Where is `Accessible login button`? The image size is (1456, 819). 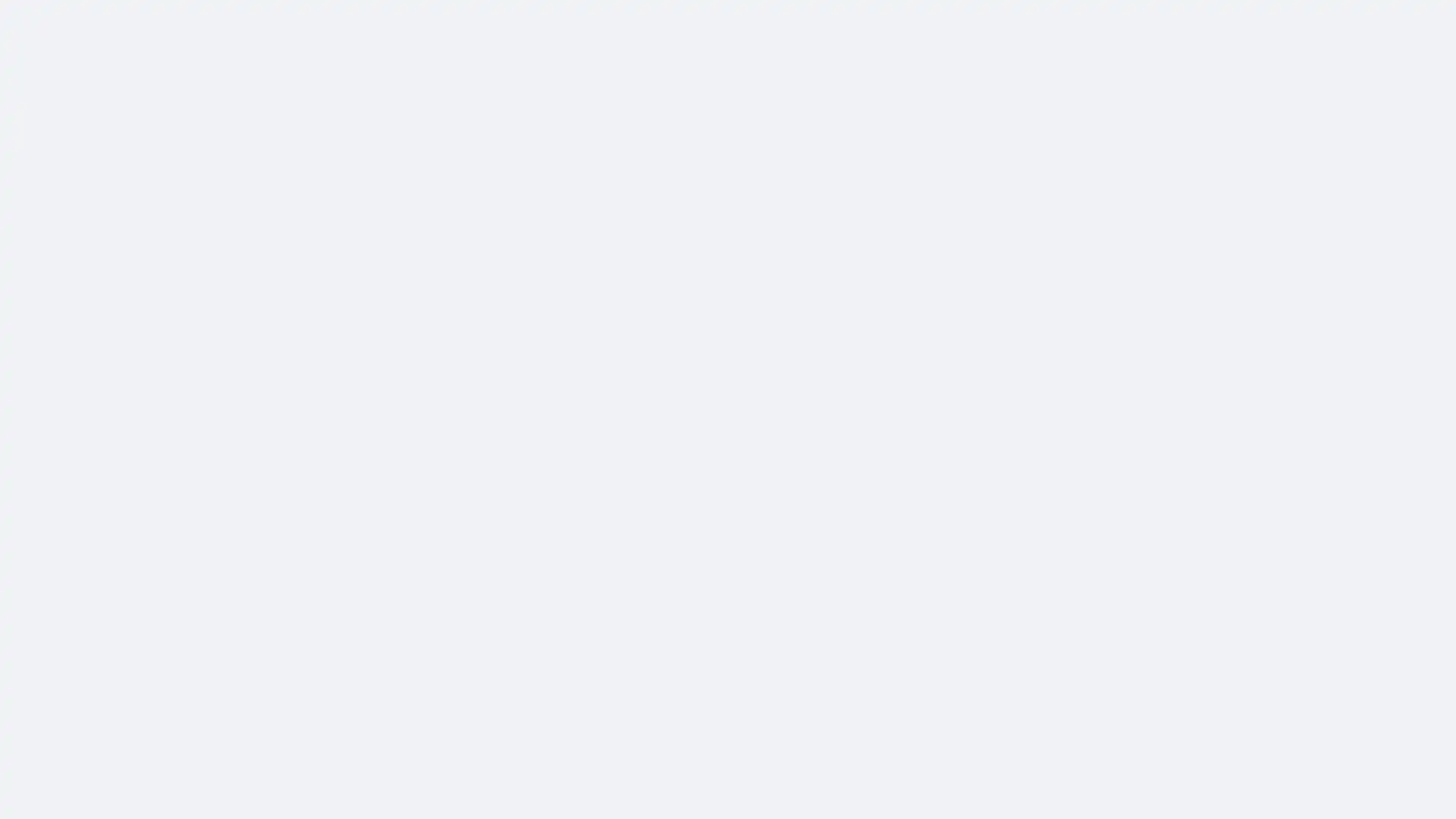
Accessible login button is located at coordinates (1300, 20).